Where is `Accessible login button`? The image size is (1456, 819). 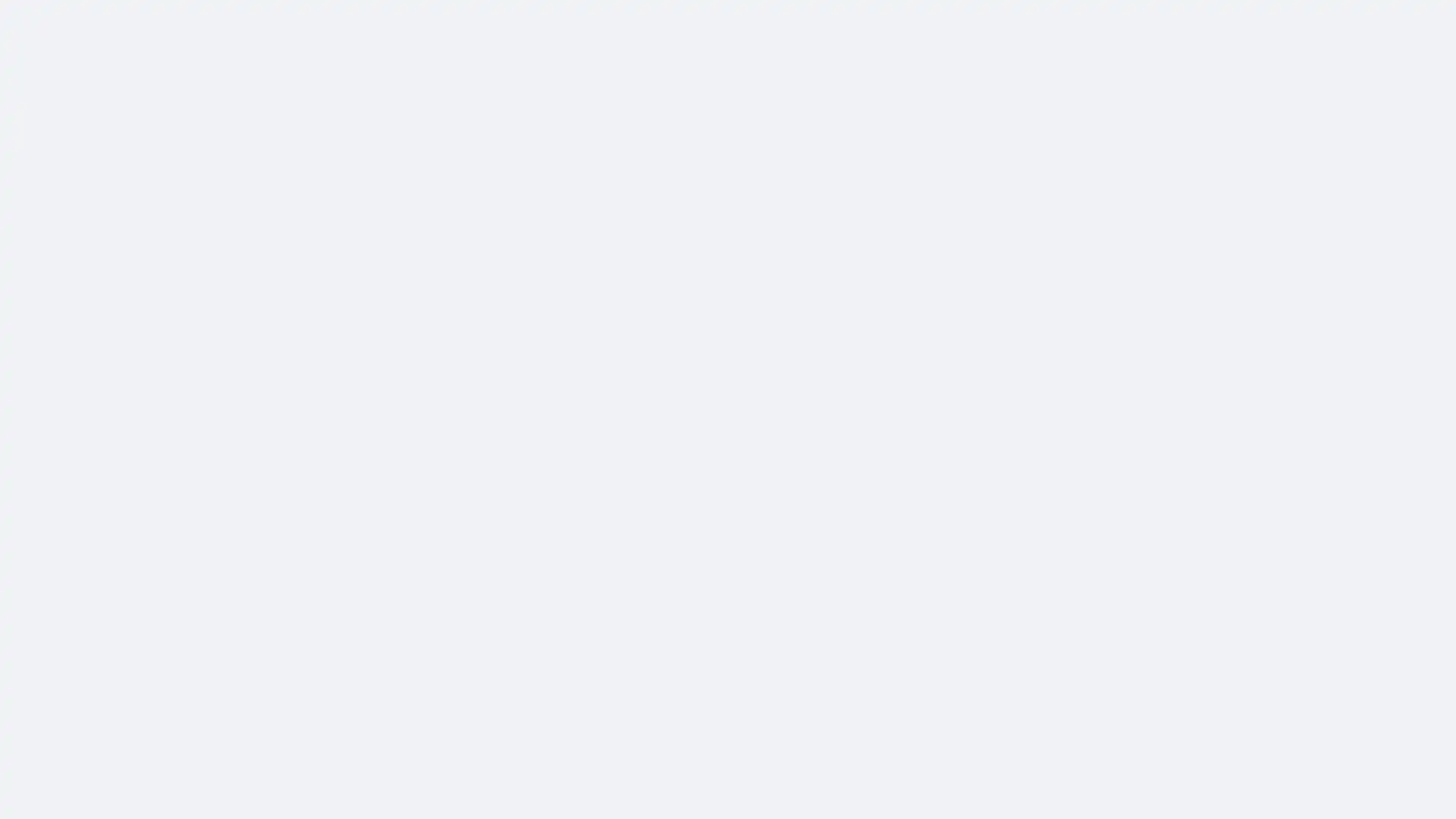
Accessible login button is located at coordinates (1300, 20).